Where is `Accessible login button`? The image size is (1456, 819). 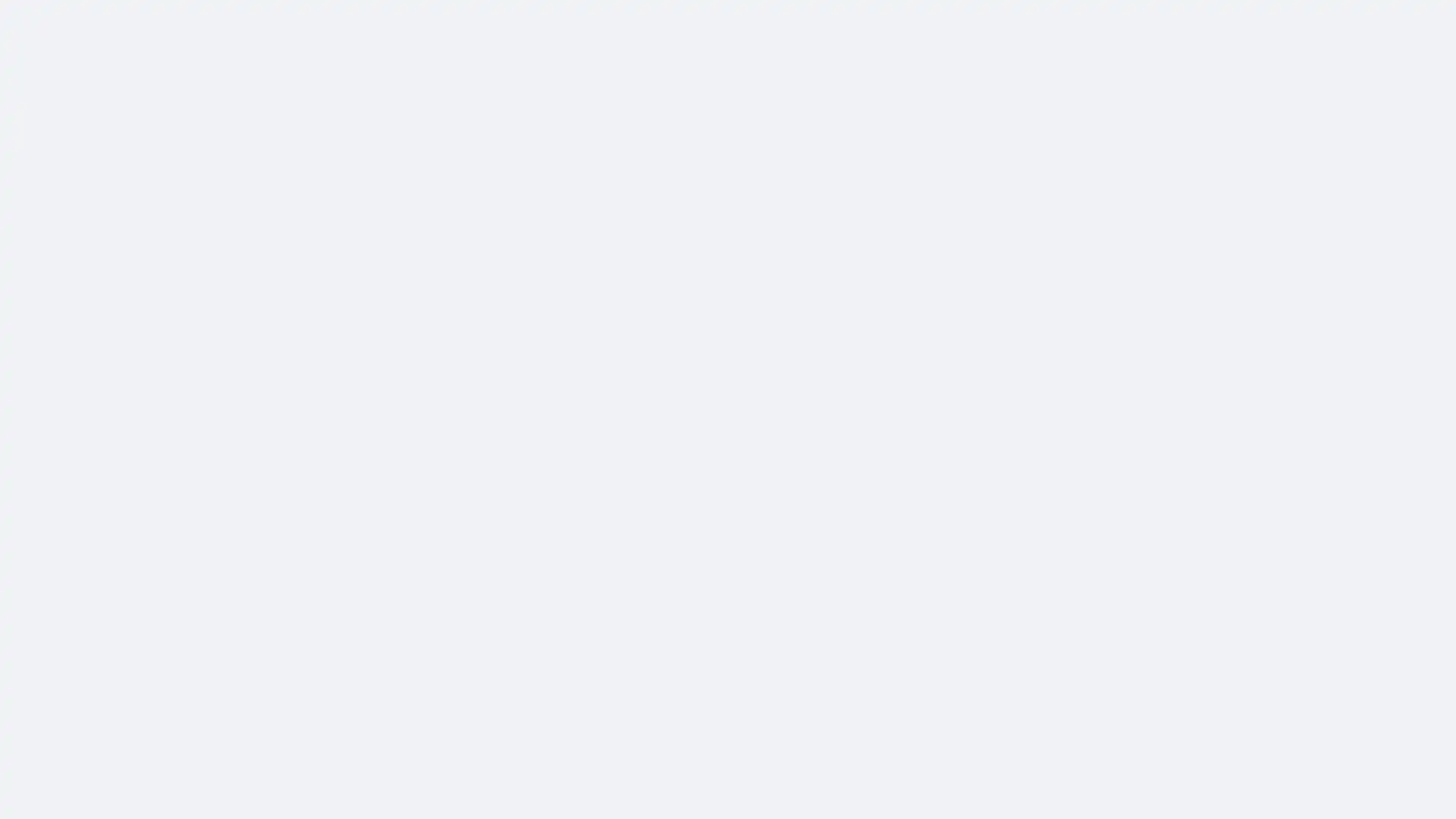
Accessible login button is located at coordinates (1300, 20).